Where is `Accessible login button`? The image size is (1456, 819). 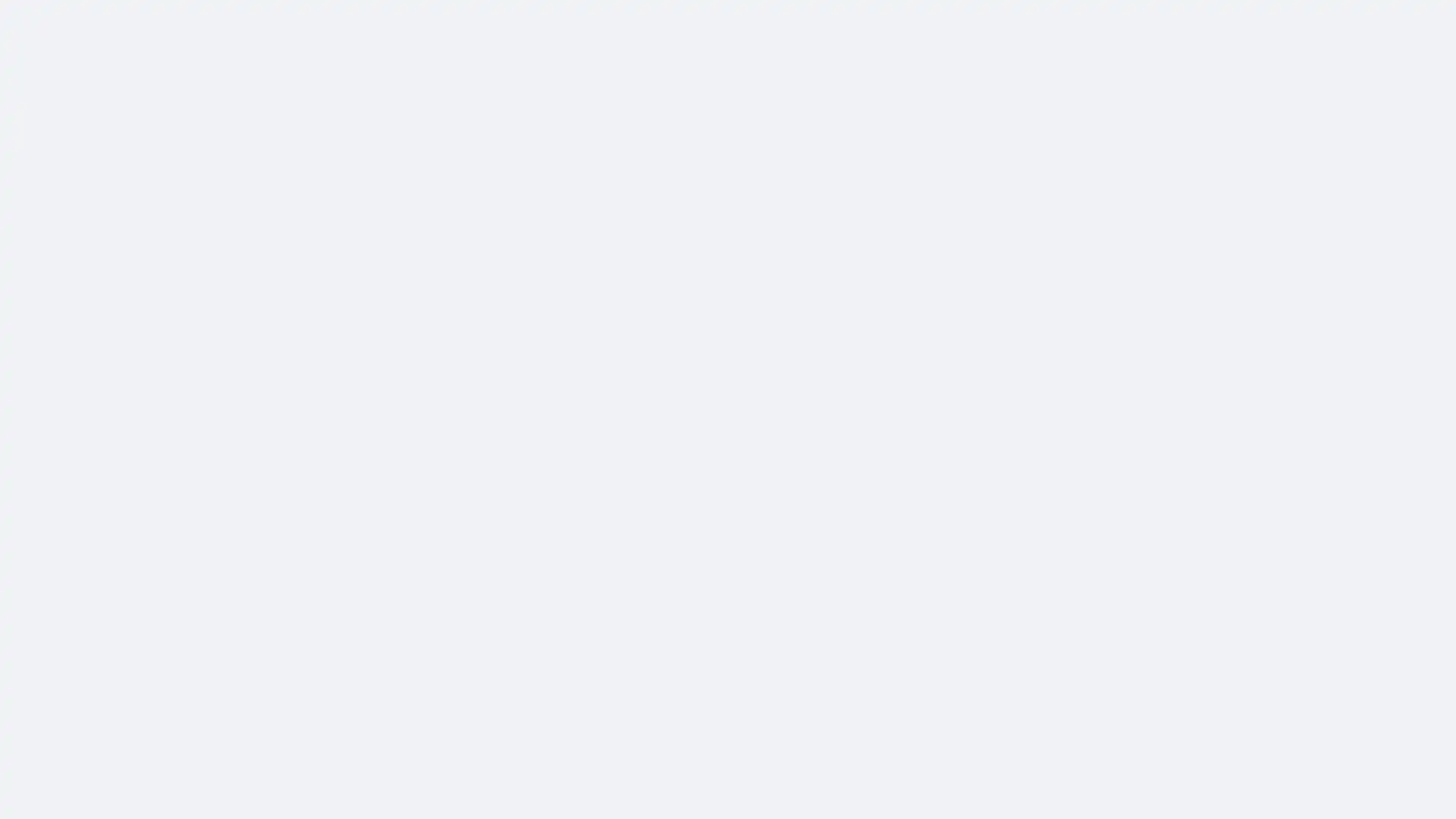
Accessible login button is located at coordinates (1300, 20).